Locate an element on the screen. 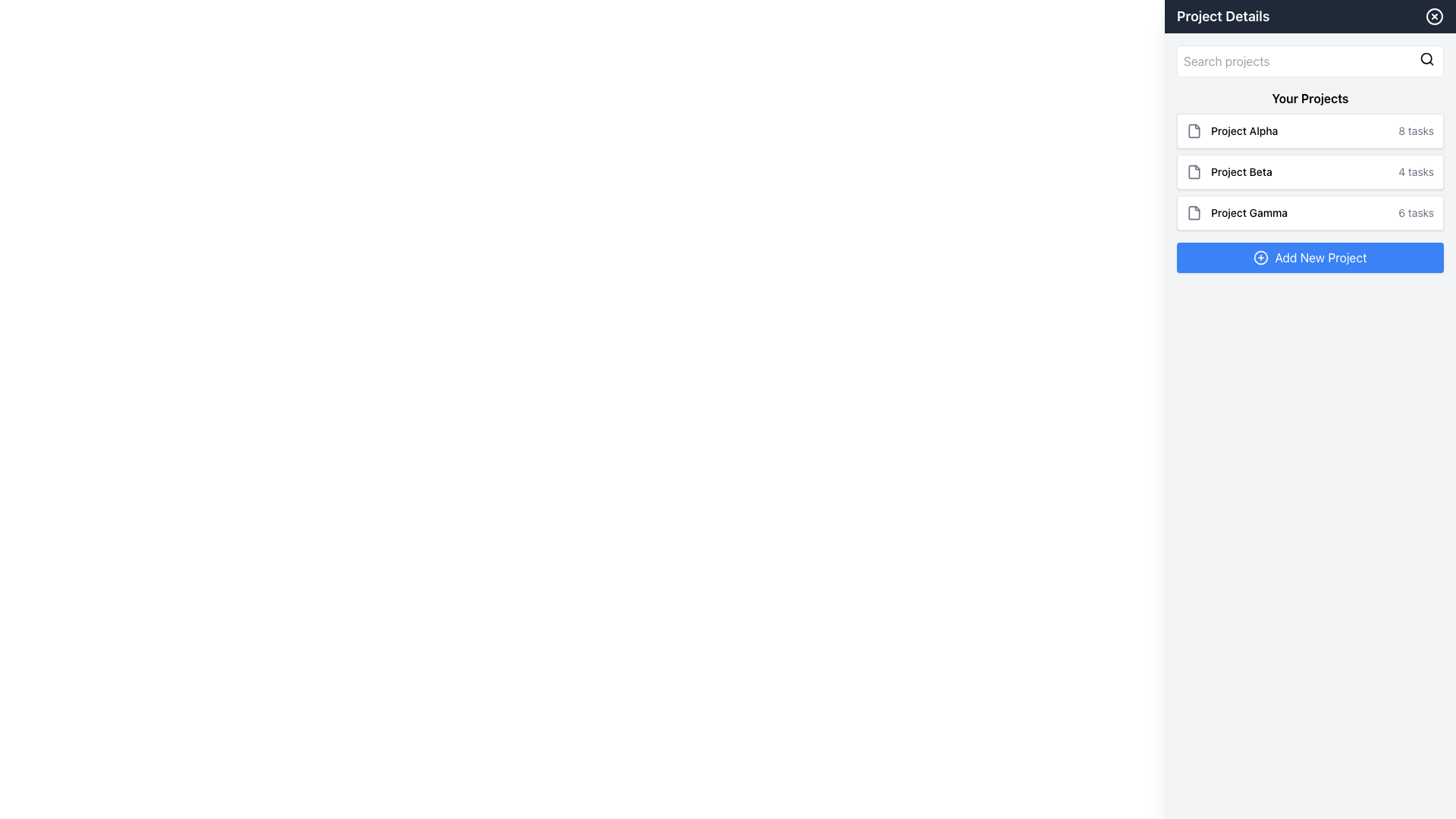  the folder icon representing 'Project Beta' in the right-side panel labeled 'Project Details' is located at coordinates (1193, 171).